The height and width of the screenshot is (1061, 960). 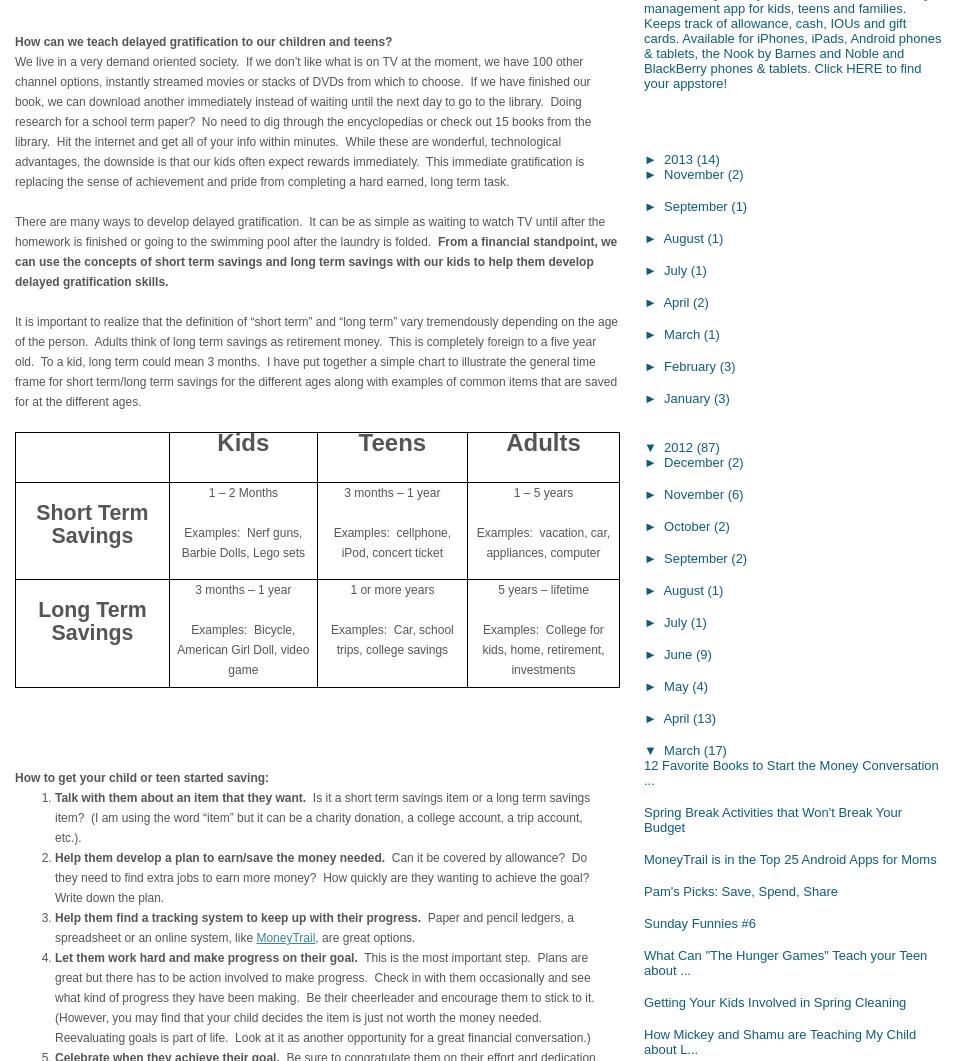 I want to click on '(17)', so click(x=714, y=749).